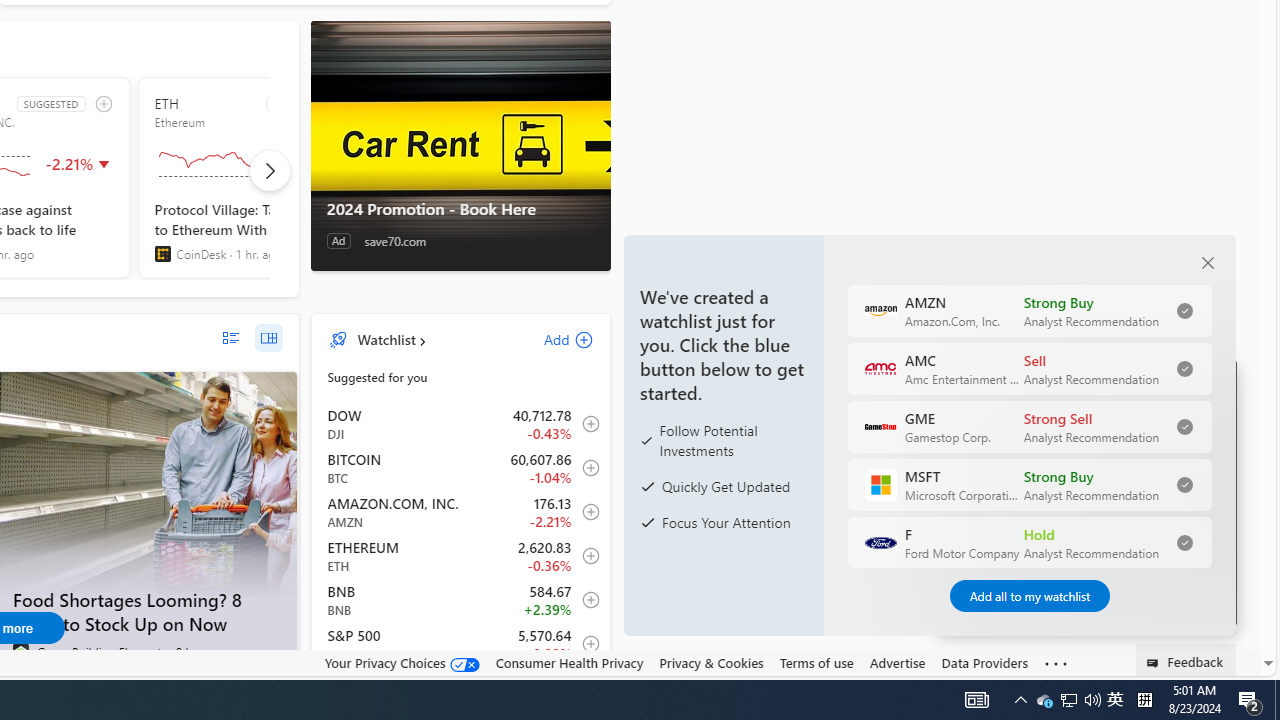 Image resolution: width=1280 pixels, height=720 pixels. Describe the element at coordinates (400, 662) in the screenshot. I see `'Your Privacy Choices'` at that location.